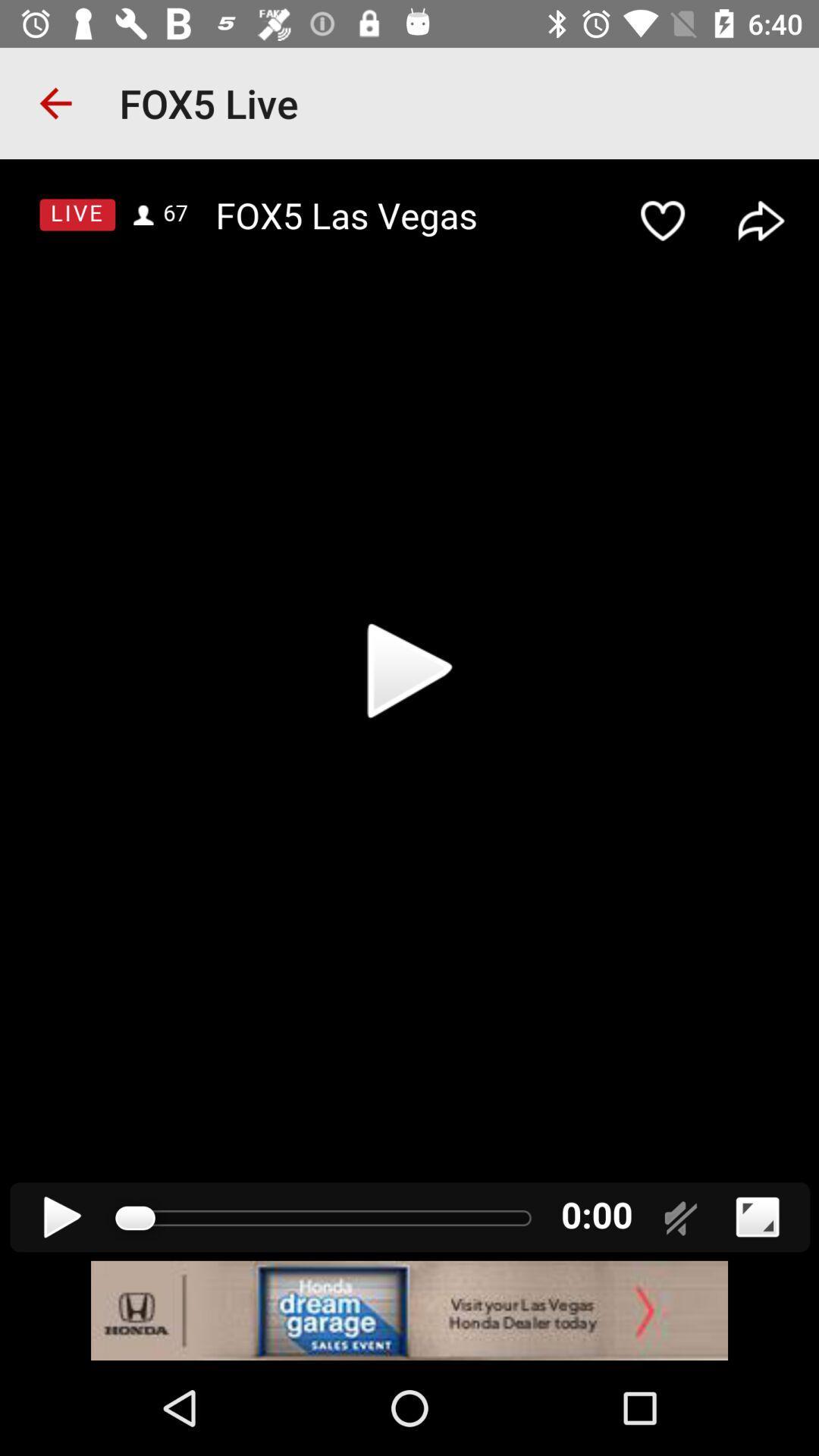 The height and width of the screenshot is (1456, 819). What do you see at coordinates (409, 709) in the screenshot?
I see `the video` at bounding box center [409, 709].